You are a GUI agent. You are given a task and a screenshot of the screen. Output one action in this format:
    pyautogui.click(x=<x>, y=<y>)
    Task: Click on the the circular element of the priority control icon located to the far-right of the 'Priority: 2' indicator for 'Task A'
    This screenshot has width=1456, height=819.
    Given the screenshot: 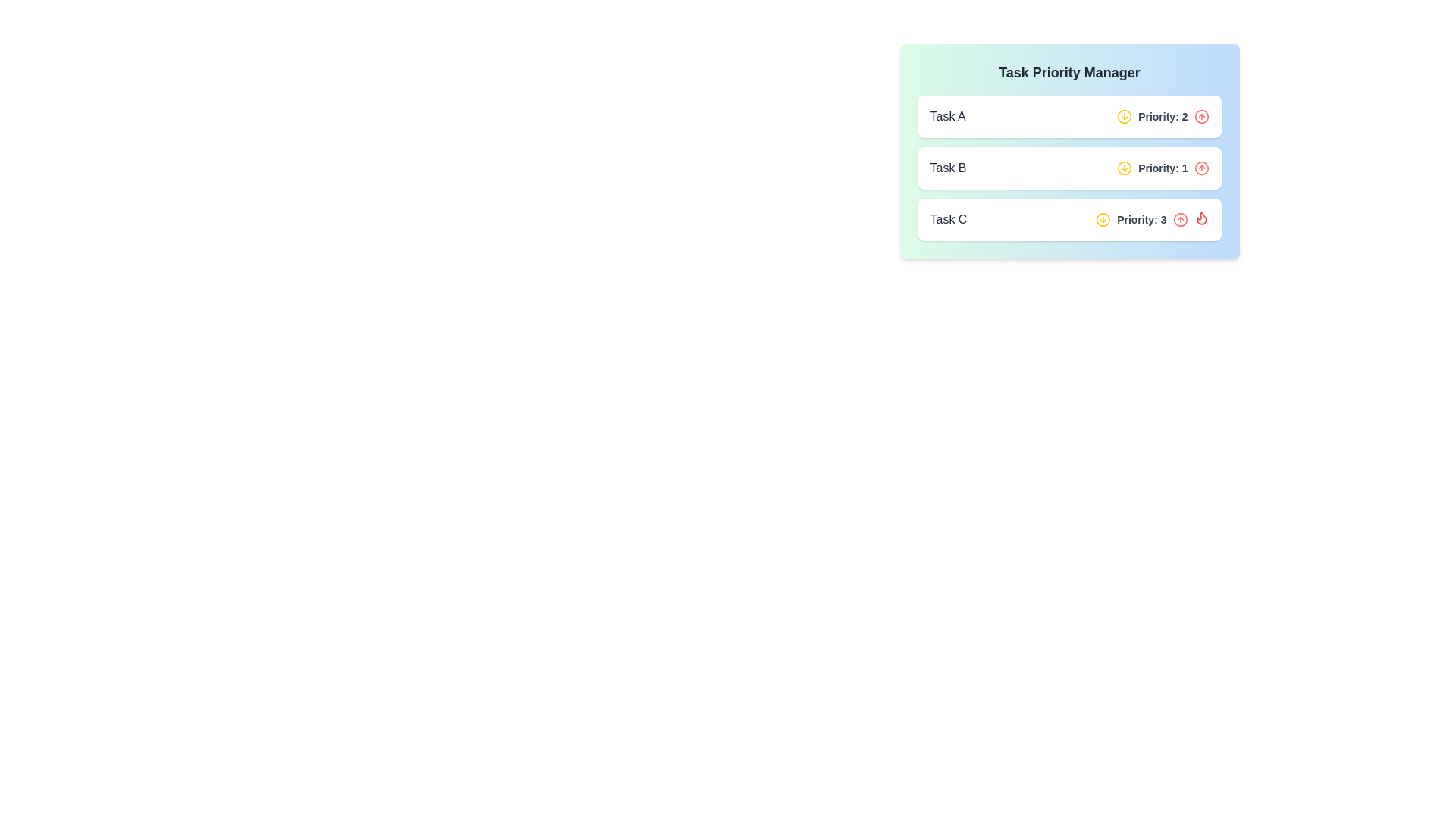 What is the action you would take?
    pyautogui.click(x=1200, y=116)
    